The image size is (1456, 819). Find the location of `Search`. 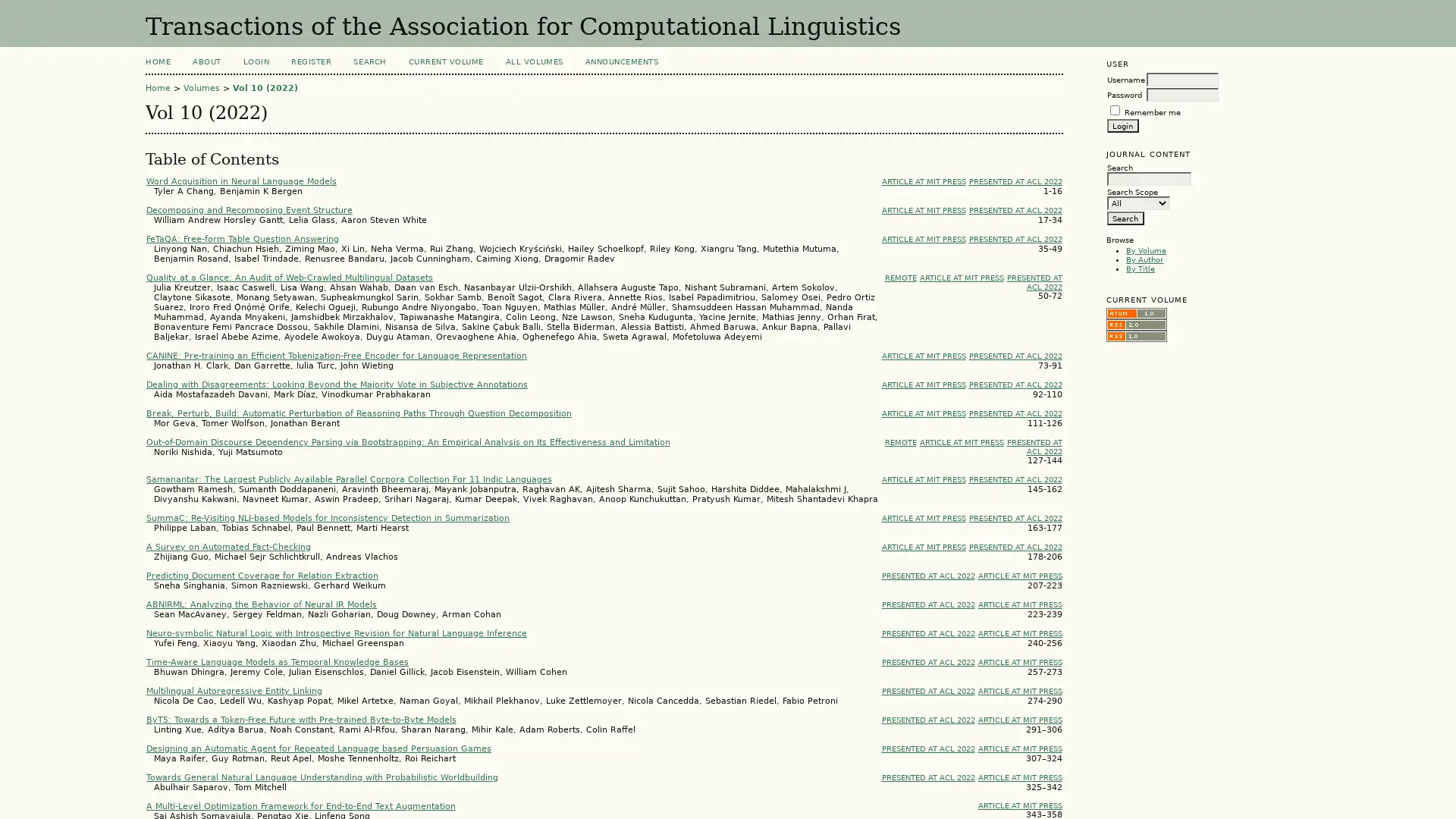

Search is located at coordinates (1125, 217).